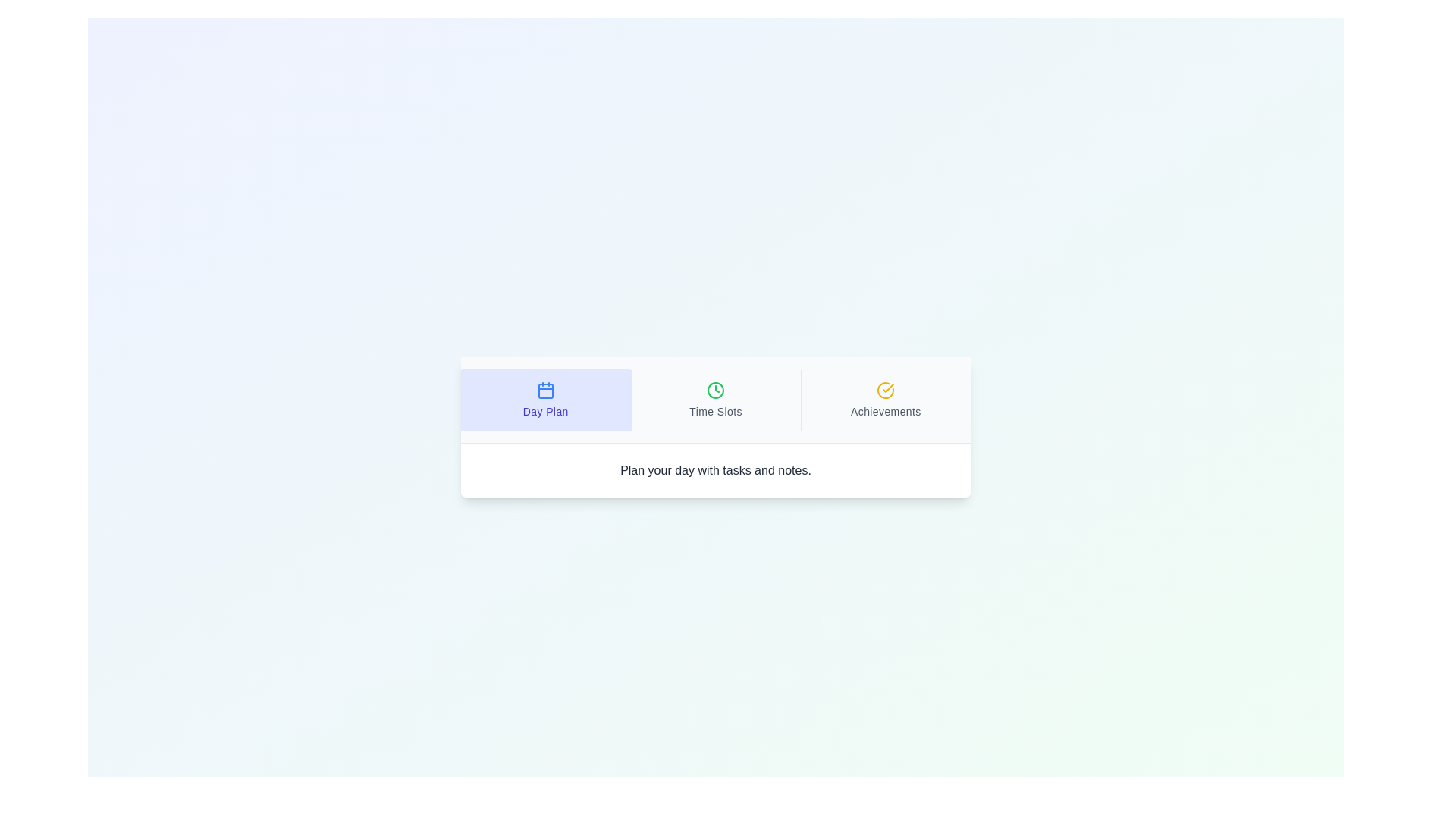 The height and width of the screenshot is (819, 1456). I want to click on the tab labeled Time Slots to observe visual changes, so click(714, 399).